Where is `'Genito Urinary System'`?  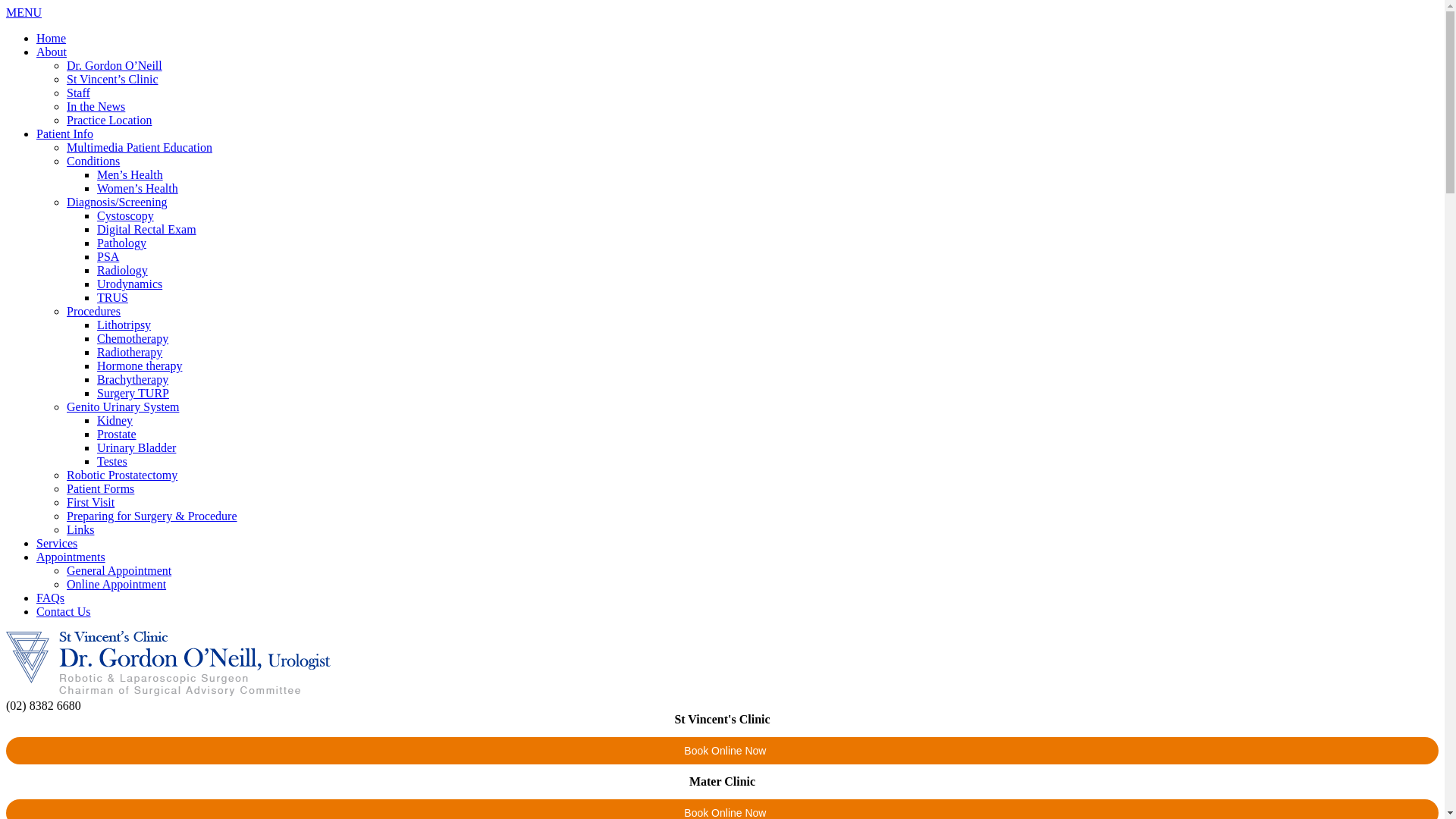
'Genito Urinary System' is located at coordinates (123, 406).